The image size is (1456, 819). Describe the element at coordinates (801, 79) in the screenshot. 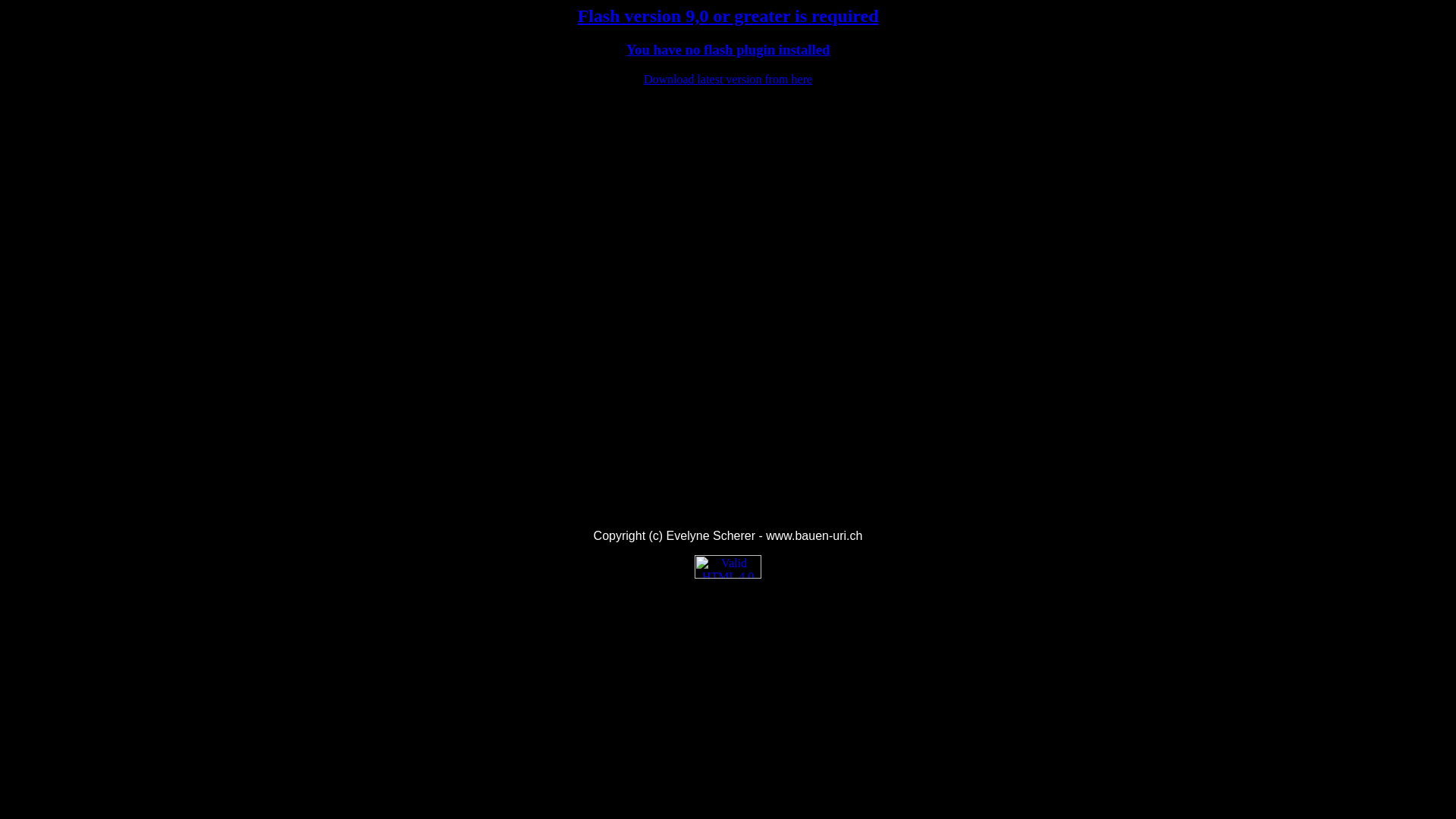

I see `'here'` at that location.